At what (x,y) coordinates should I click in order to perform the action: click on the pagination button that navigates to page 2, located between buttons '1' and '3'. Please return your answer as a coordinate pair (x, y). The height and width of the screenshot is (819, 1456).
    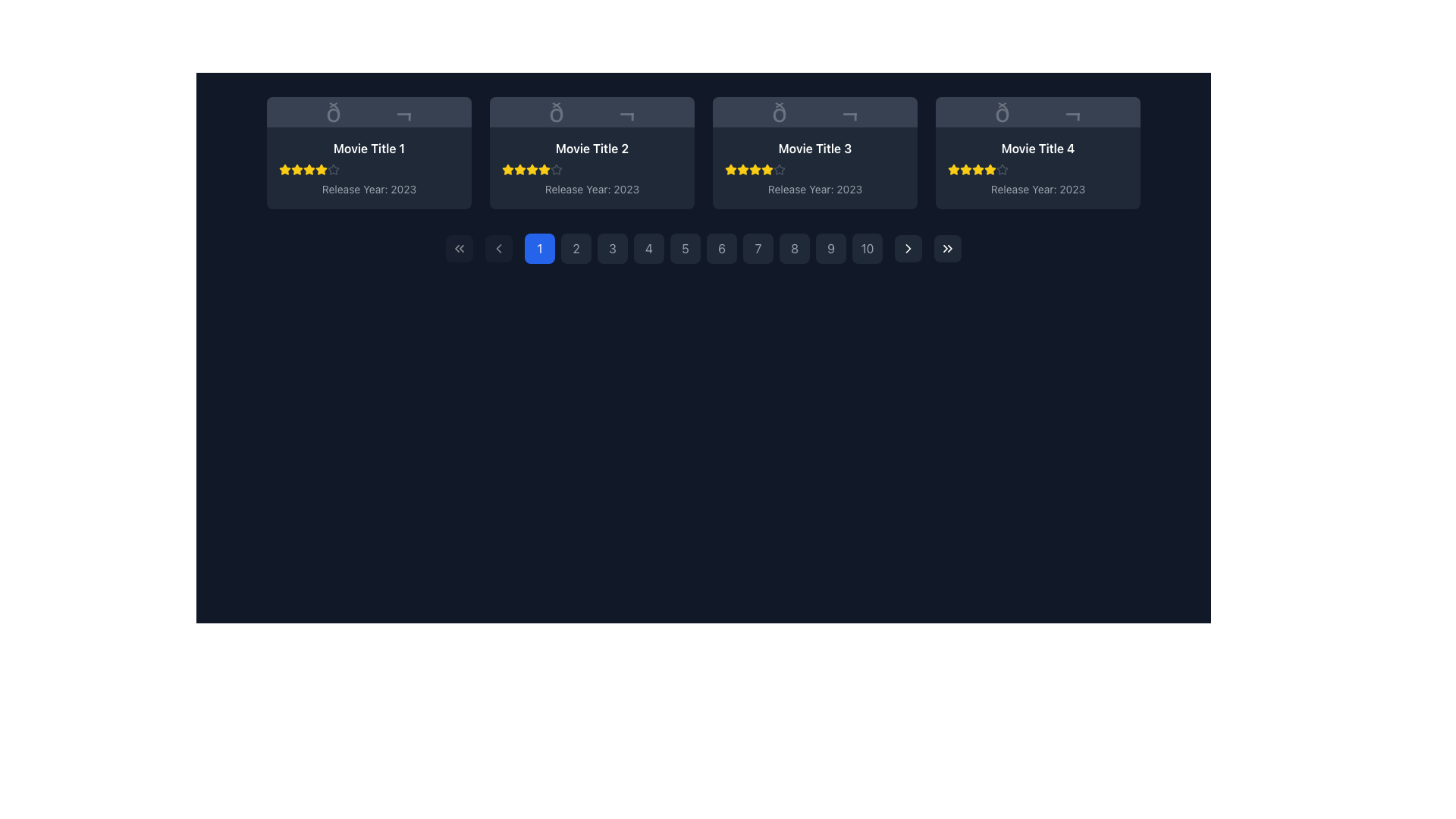
    Looking at the image, I should click on (575, 247).